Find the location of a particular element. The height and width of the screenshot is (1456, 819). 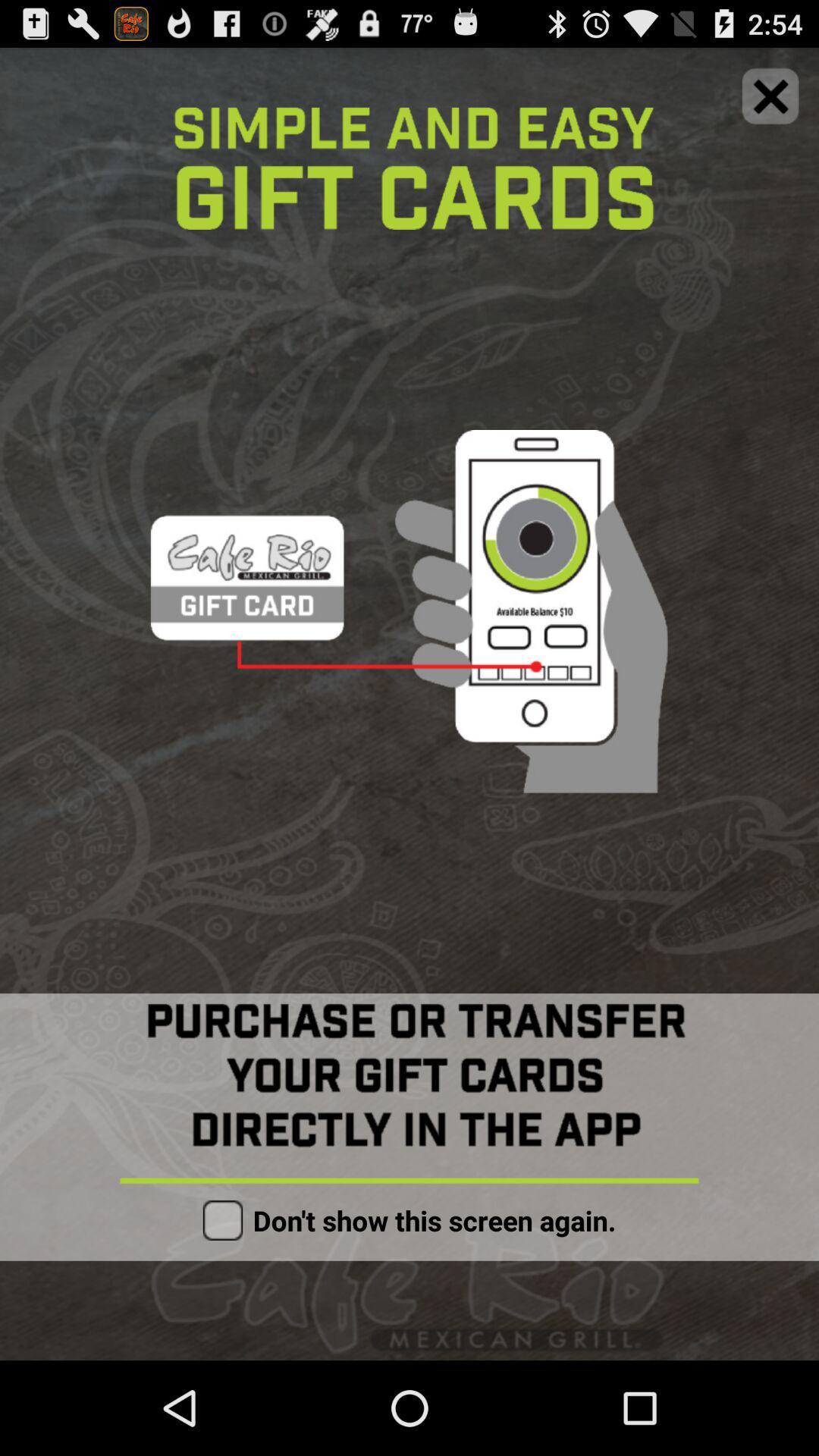

mark box for option is located at coordinates (222, 1220).